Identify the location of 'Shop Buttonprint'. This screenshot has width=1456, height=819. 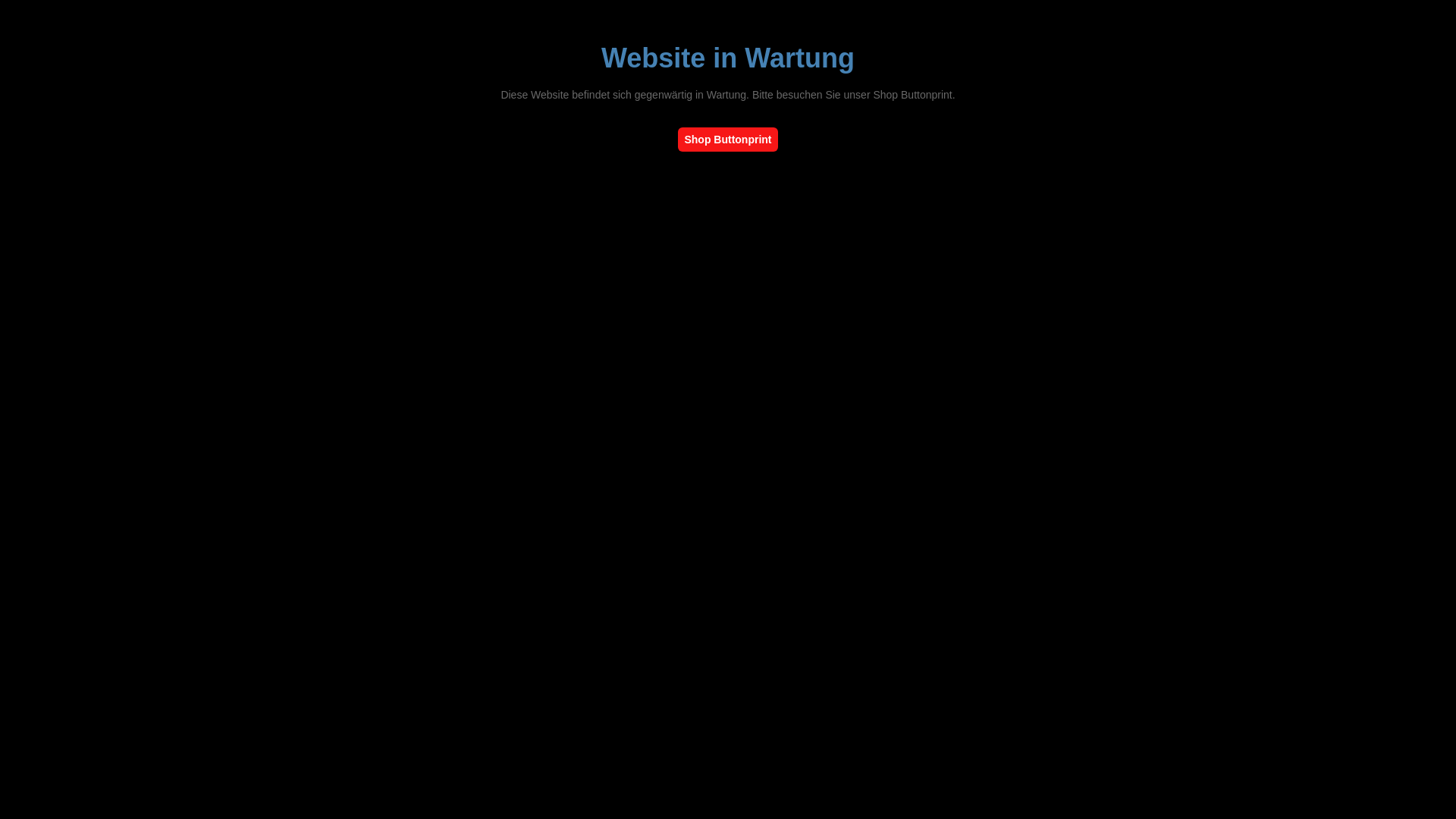
(726, 140).